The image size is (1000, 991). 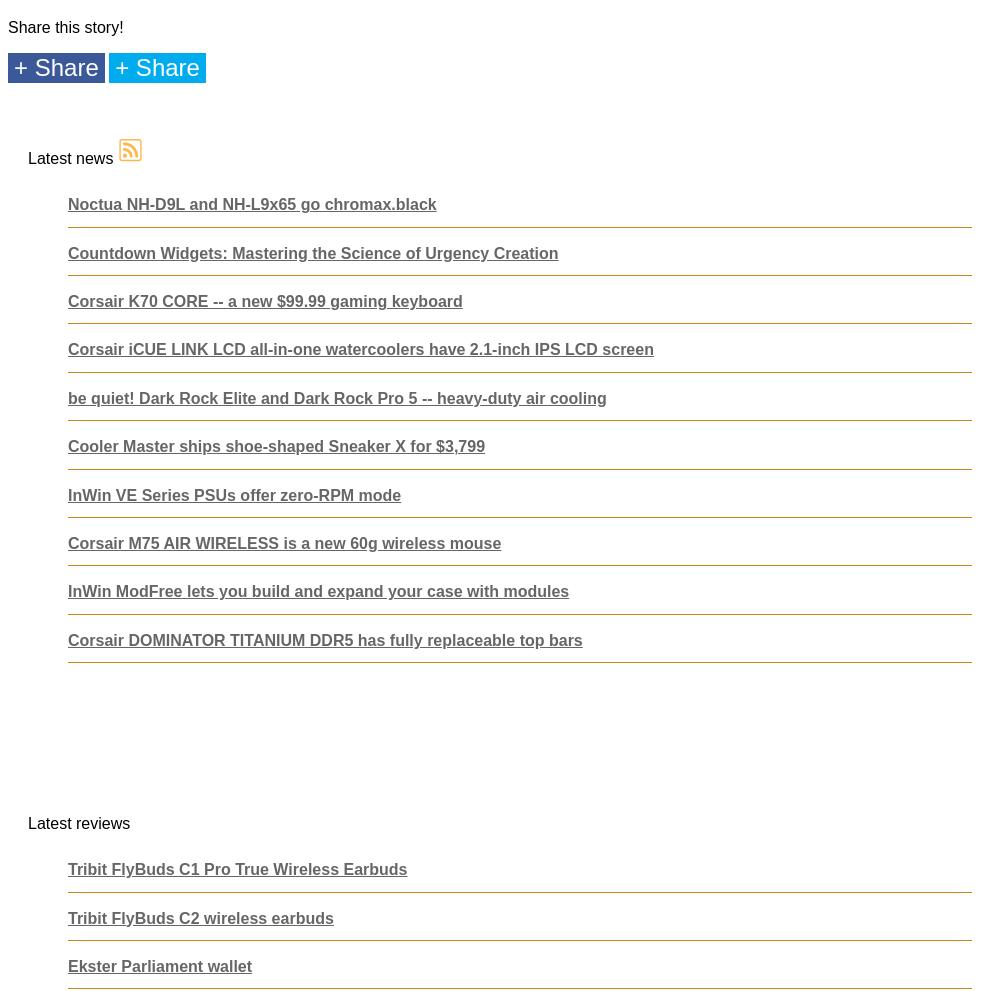 What do you see at coordinates (67, 591) in the screenshot?
I see `'InWin ModFree lets you build and expand your case with modules'` at bounding box center [67, 591].